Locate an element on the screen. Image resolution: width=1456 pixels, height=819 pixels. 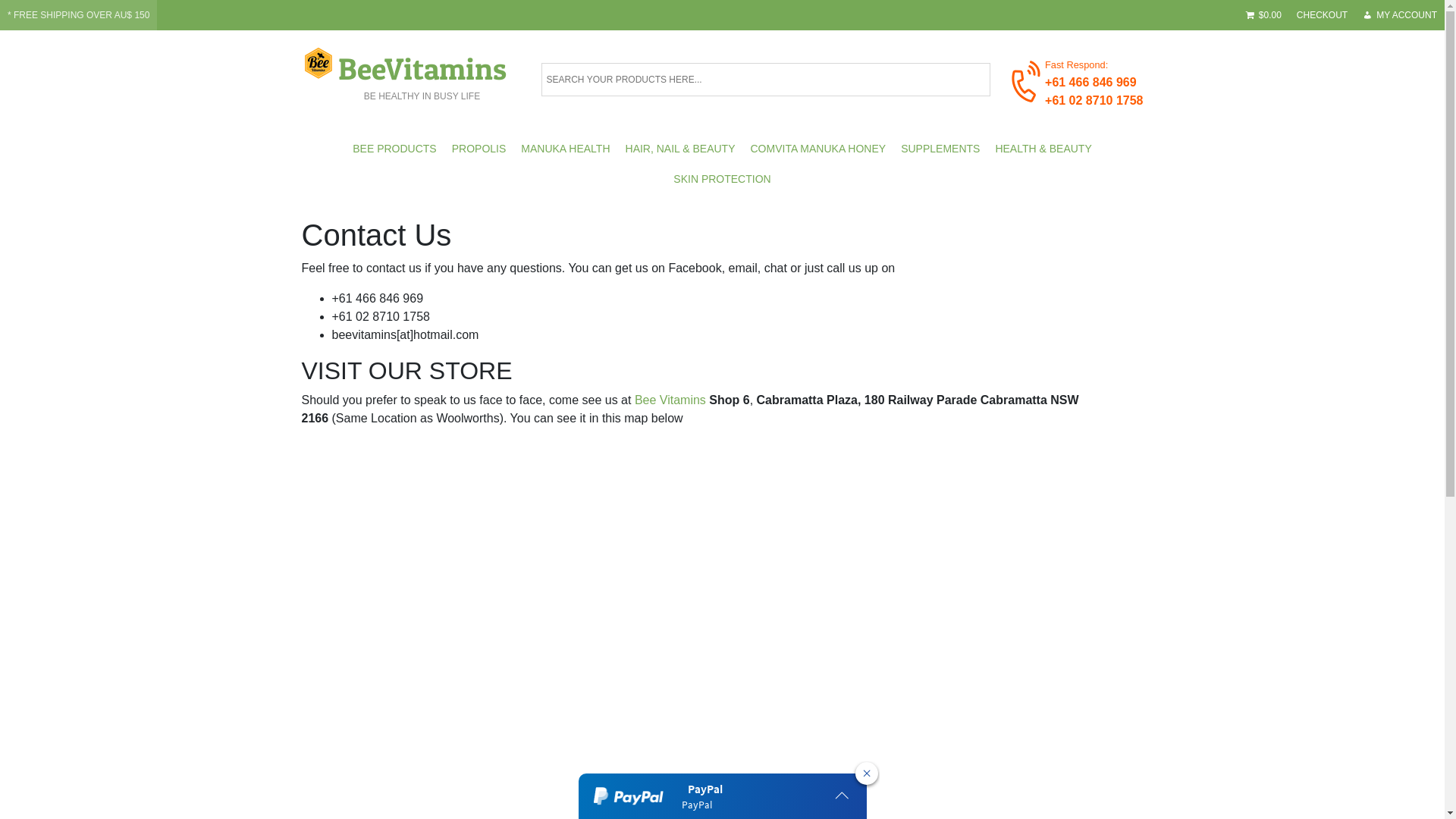
'HAIR, NAIL & BEAUTY' is located at coordinates (679, 149).